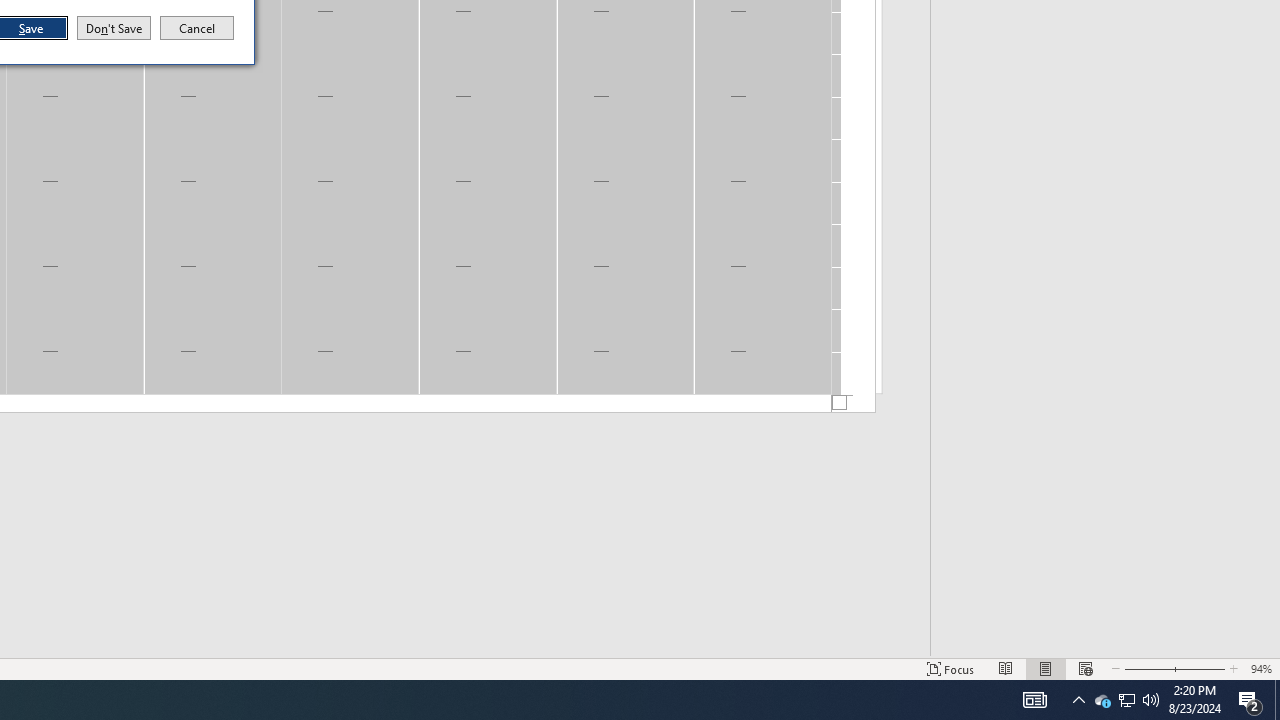 The image size is (1280, 720). What do you see at coordinates (1078, 698) in the screenshot?
I see `'AutomationID: 4105'` at bounding box center [1078, 698].